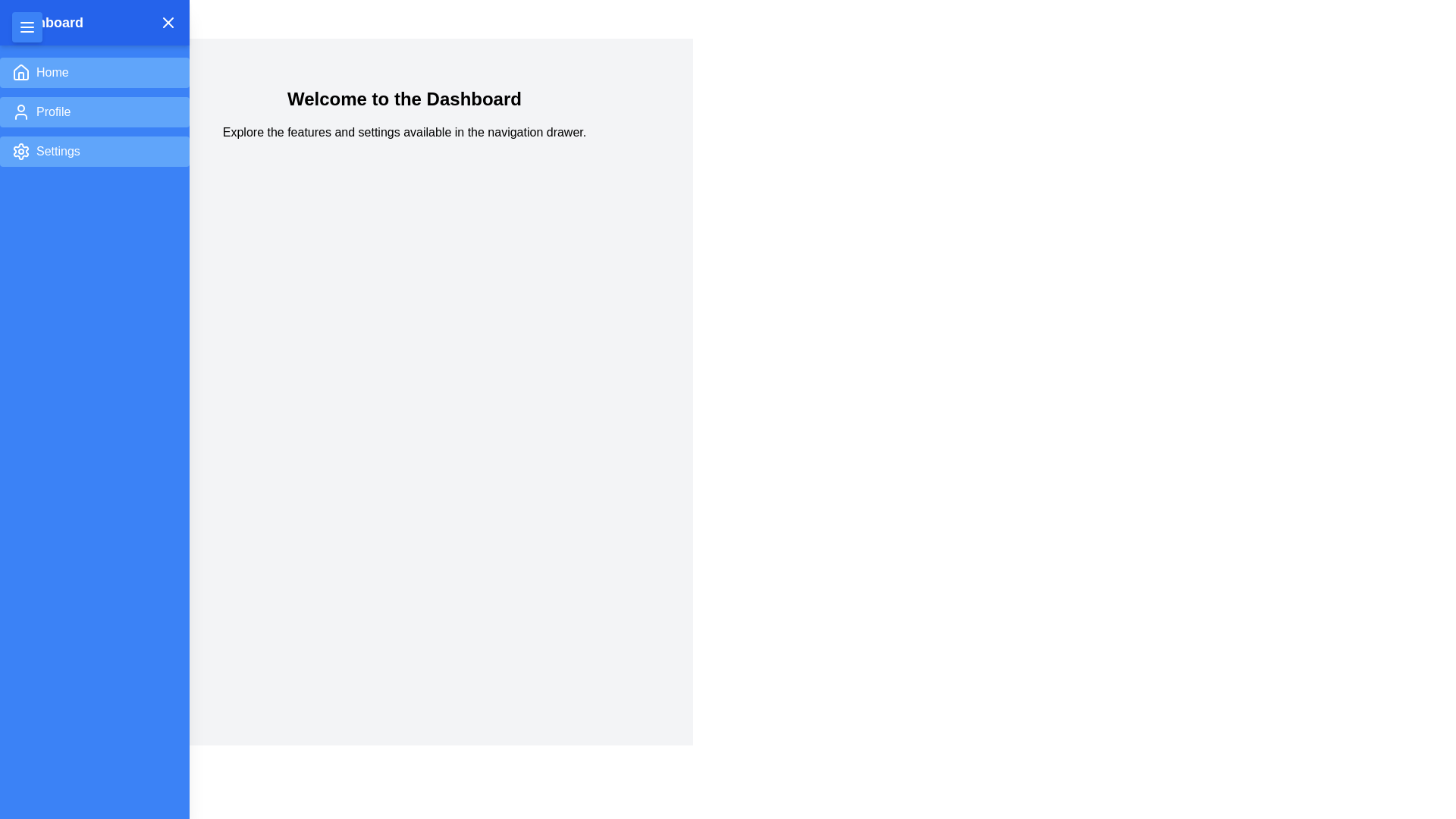 This screenshot has height=819, width=1456. What do you see at coordinates (168, 23) in the screenshot?
I see `the close button located at the top-right corner of the blue navigation header bar` at bounding box center [168, 23].